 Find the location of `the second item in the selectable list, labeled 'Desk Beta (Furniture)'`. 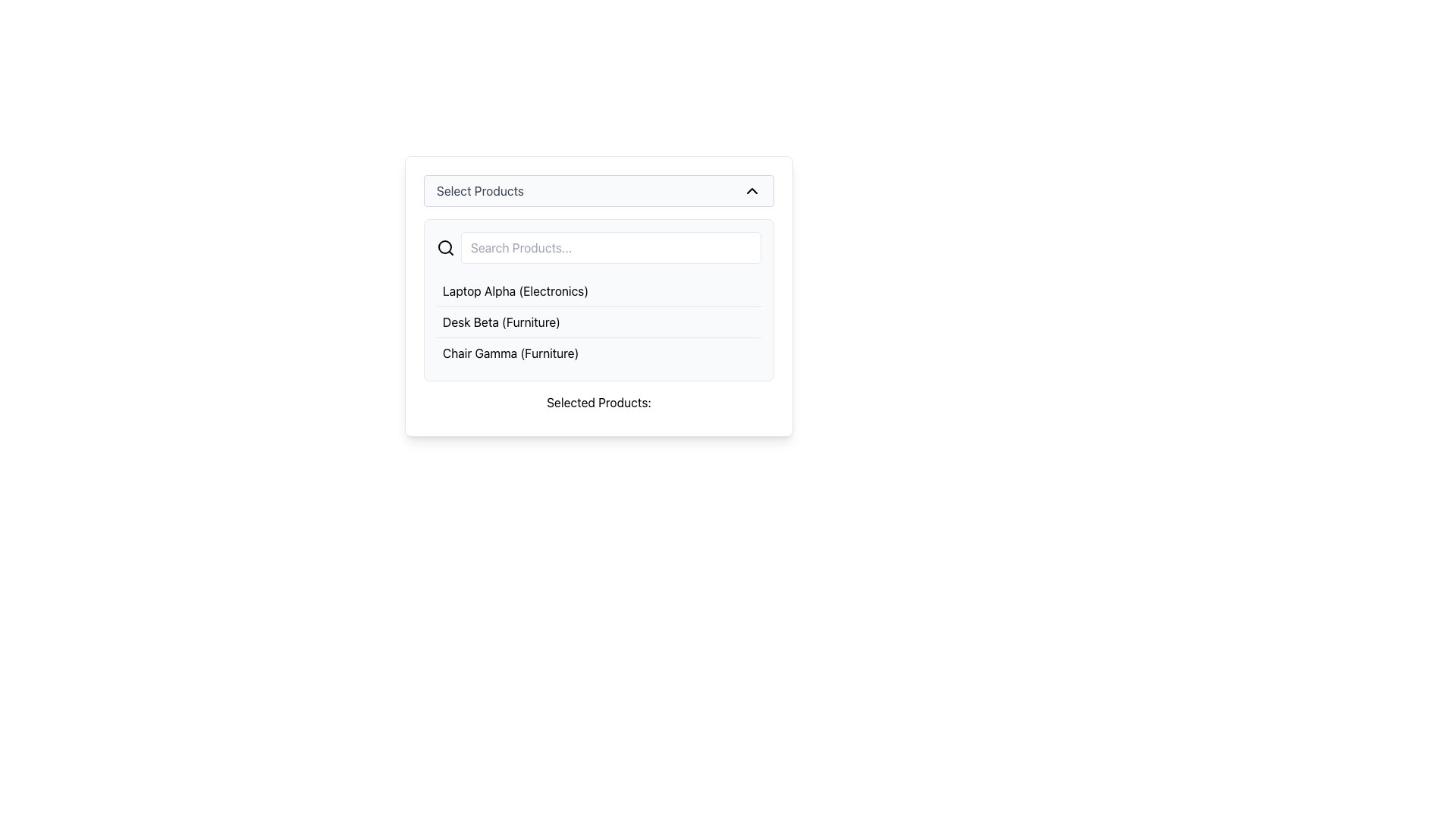

the second item in the selectable list, labeled 'Desk Beta (Furniture)' is located at coordinates (598, 321).